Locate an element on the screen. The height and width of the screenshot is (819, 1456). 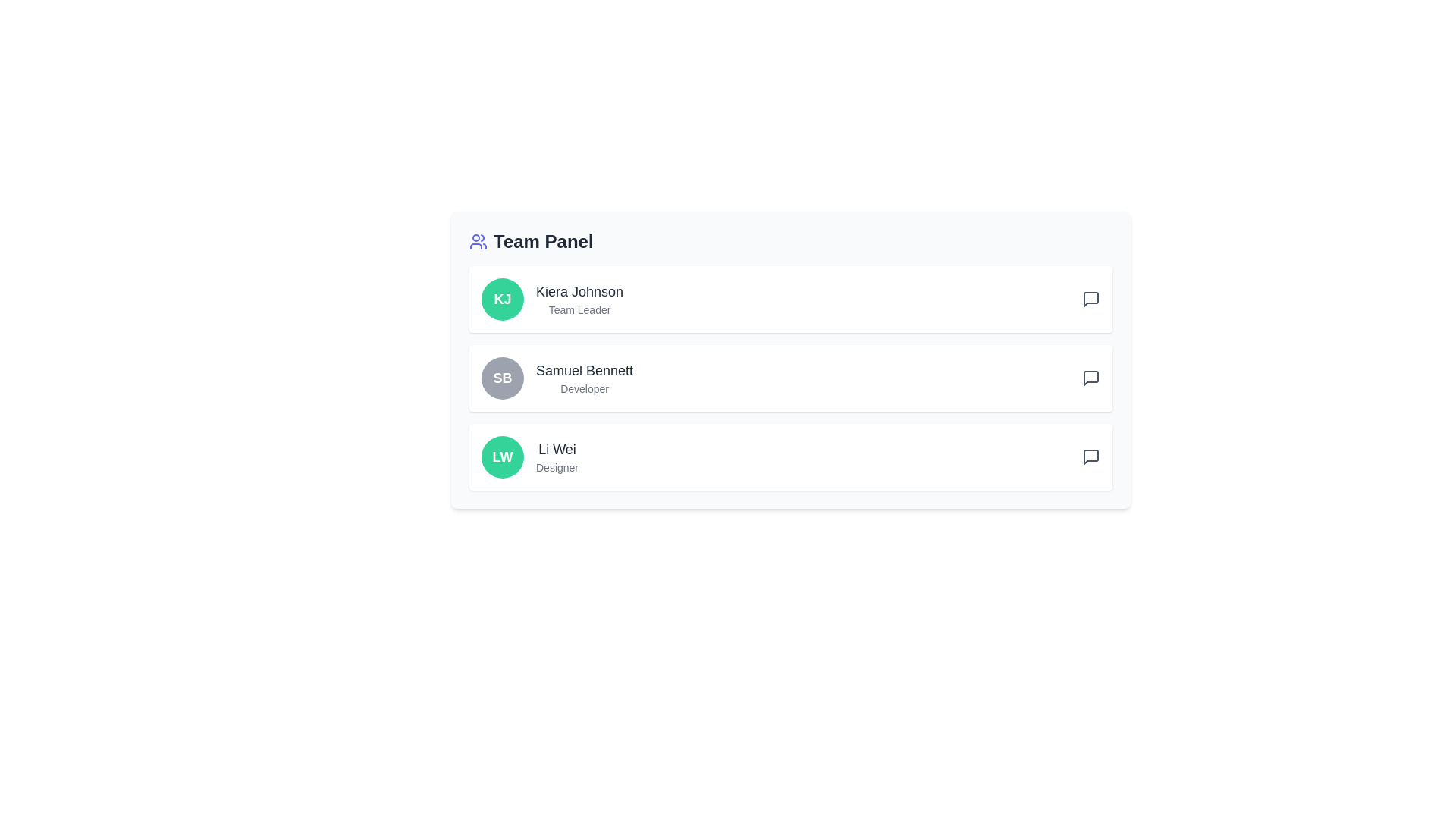
the text label that describes the role of 'Samuel Bennett' located beneath his name in the Team Panel is located at coordinates (584, 388).